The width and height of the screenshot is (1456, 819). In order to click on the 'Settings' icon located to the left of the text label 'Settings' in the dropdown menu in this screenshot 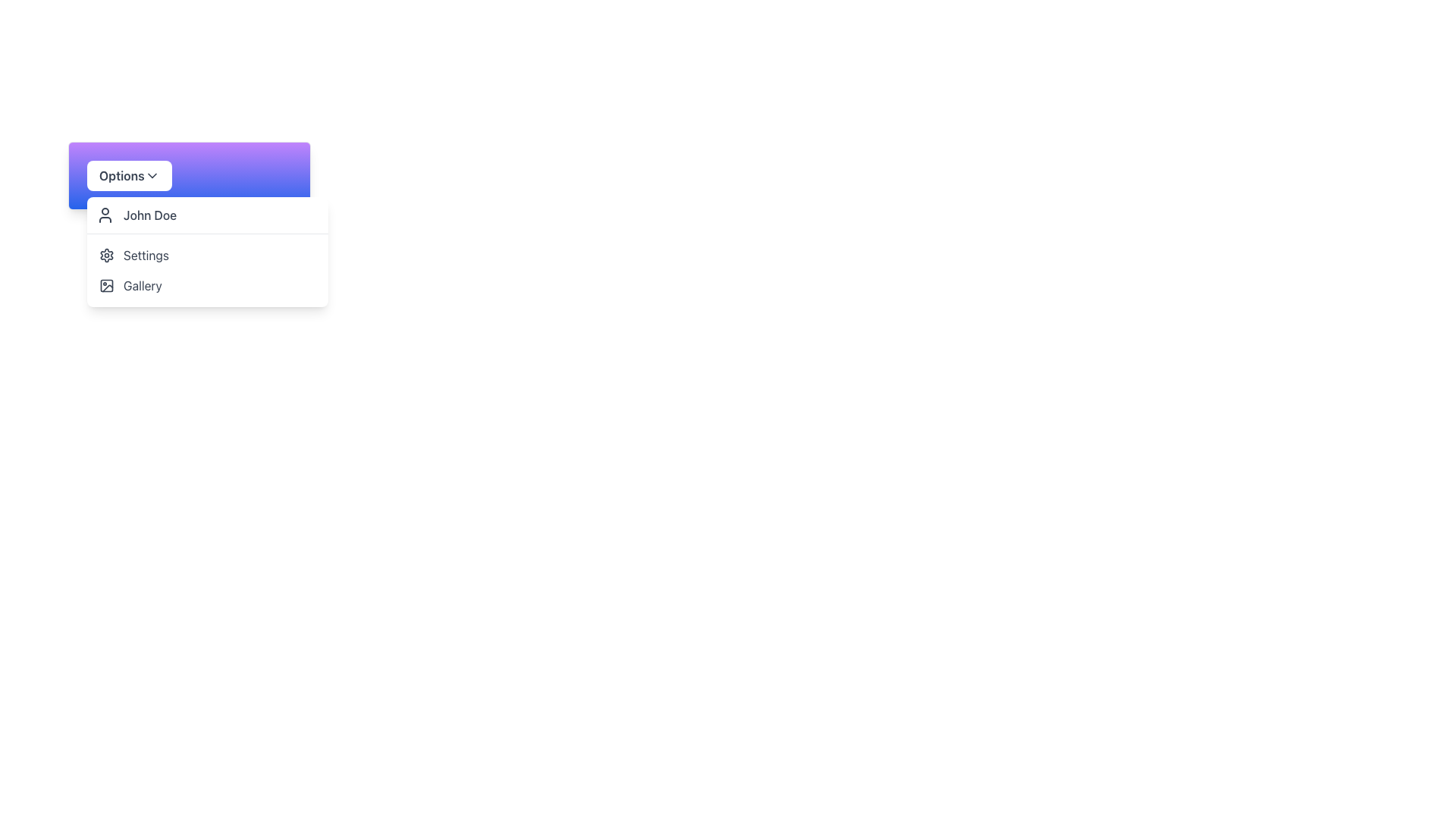, I will do `click(105, 254)`.